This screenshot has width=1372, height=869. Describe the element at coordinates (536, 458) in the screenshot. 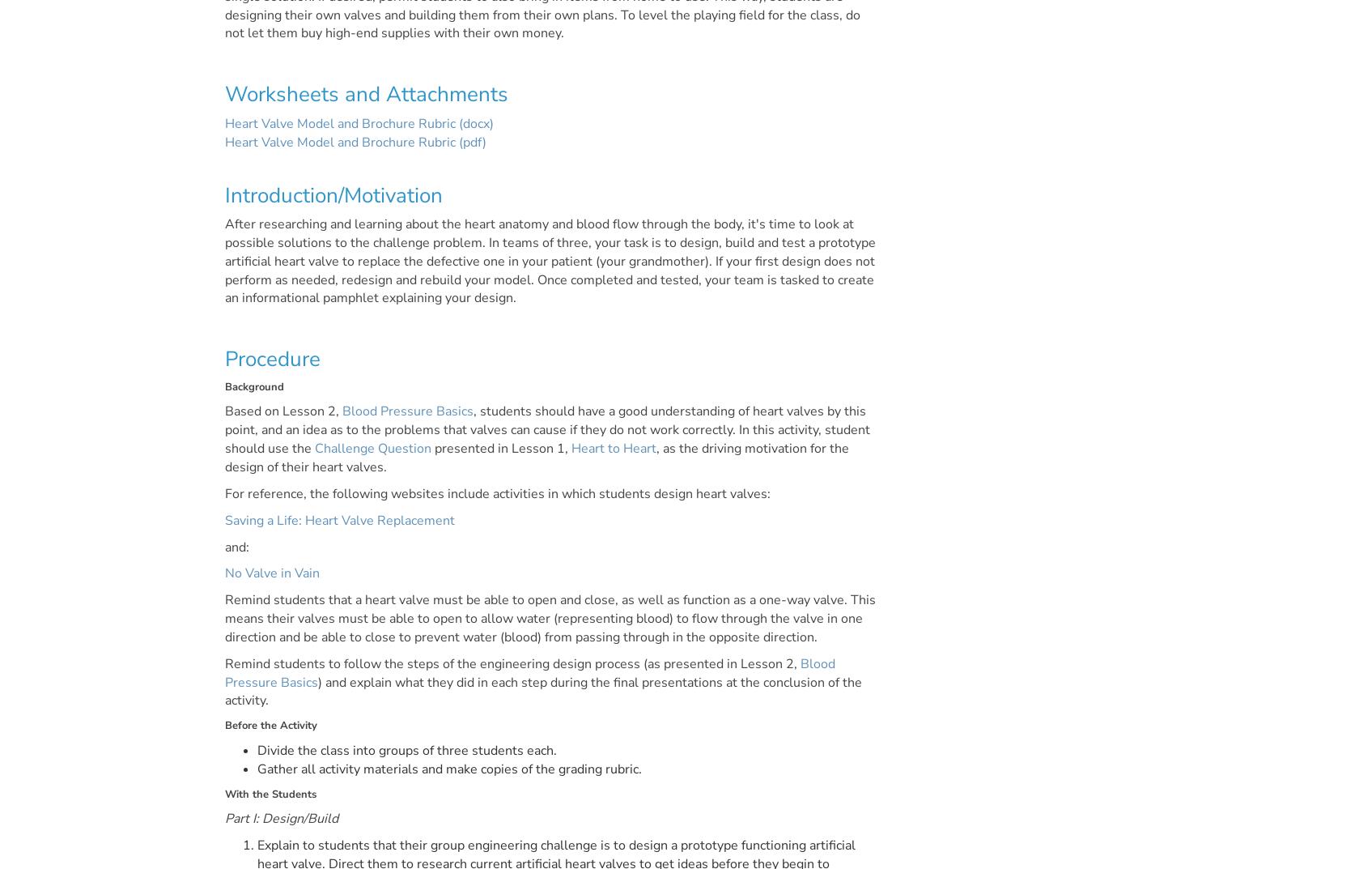

I see `', as the driving motivation for the design of their heart valves.'` at that location.